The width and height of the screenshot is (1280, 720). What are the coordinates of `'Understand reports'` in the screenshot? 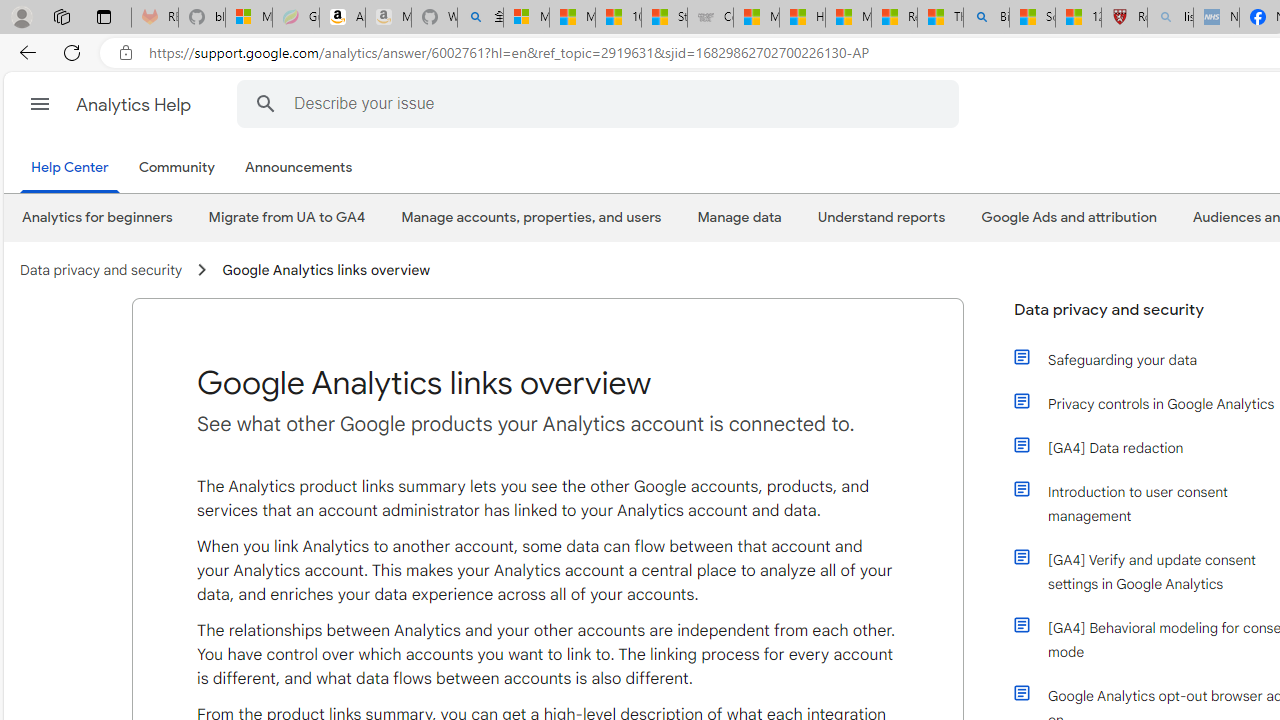 It's located at (880, 217).